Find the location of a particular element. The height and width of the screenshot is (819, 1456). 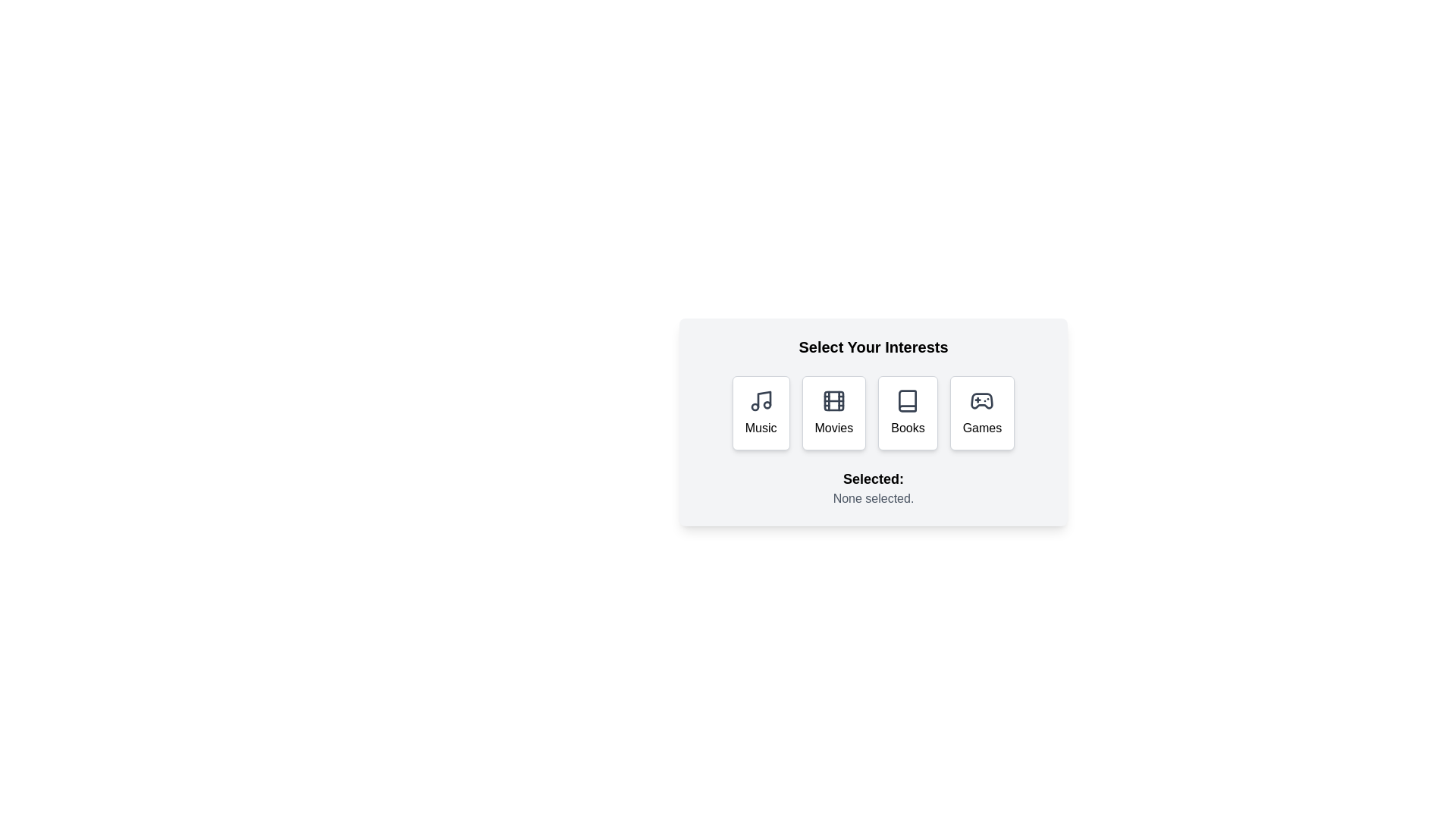

the Books button to select the corresponding interest is located at coordinates (908, 413).